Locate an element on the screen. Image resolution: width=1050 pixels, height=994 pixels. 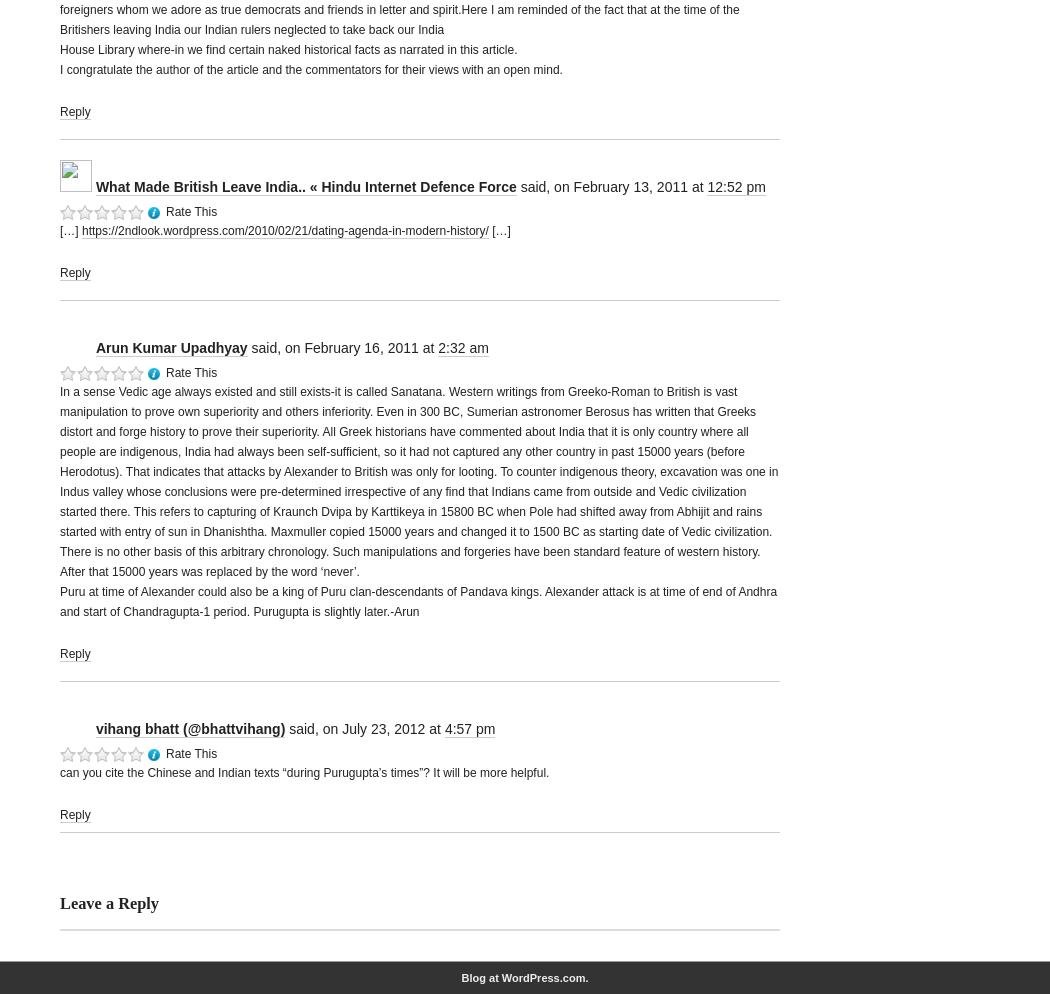
'https://2ndlook.wordpress.com/2010/02/21/dating-agenda-in-modern-history/' is located at coordinates (283, 231).